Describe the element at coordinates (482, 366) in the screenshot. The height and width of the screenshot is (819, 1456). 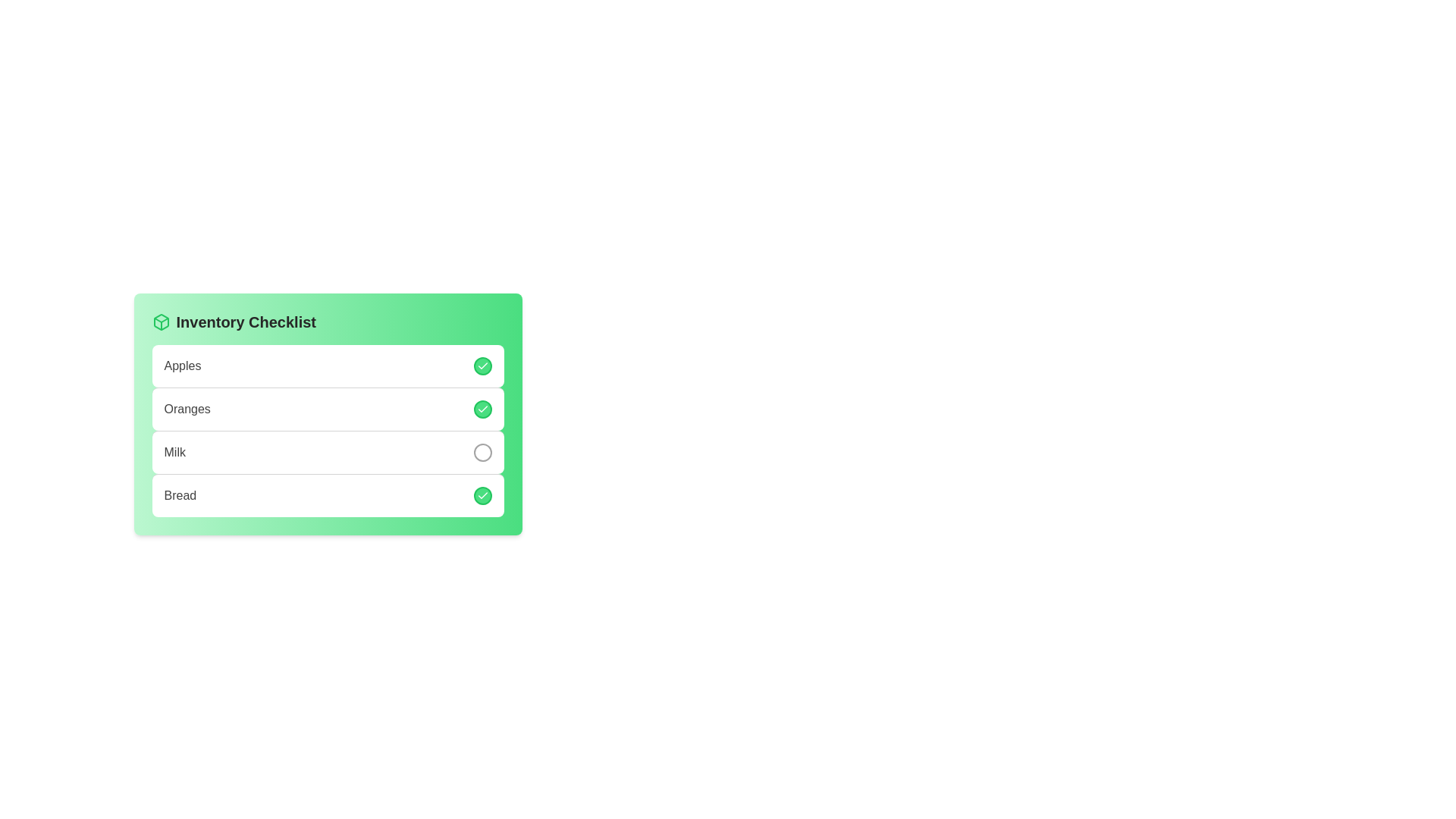
I see `the toggle checkbox for the 'Apples' item in the checklist` at that location.